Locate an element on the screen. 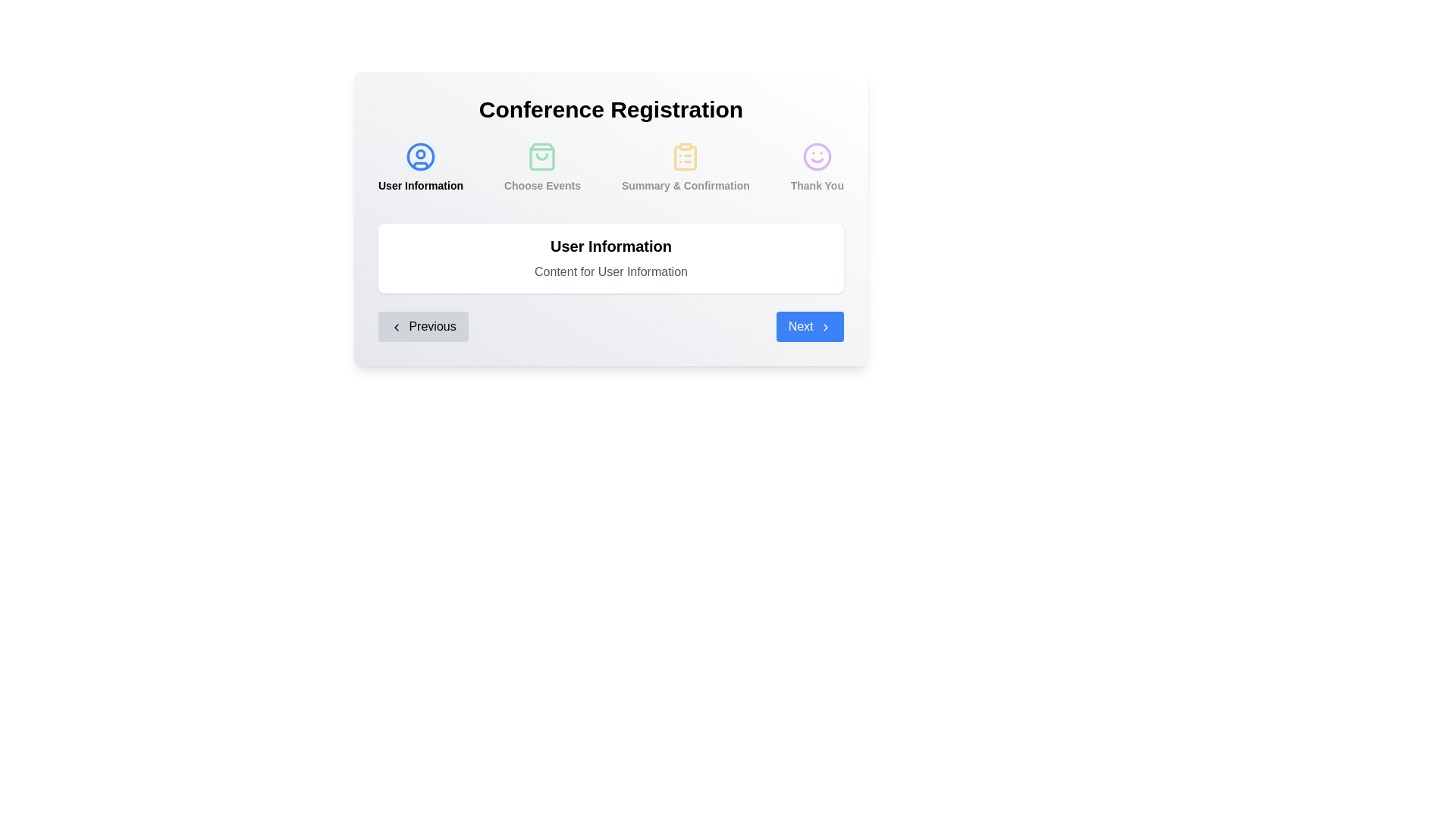 The height and width of the screenshot is (819, 1456). the shopping bag icon, which is green, rounded, and part of the conference registration steps, positioned between 'User Information' and 'Summary & Confirmation' with the label 'Choose Events' underneath is located at coordinates (542, 157).